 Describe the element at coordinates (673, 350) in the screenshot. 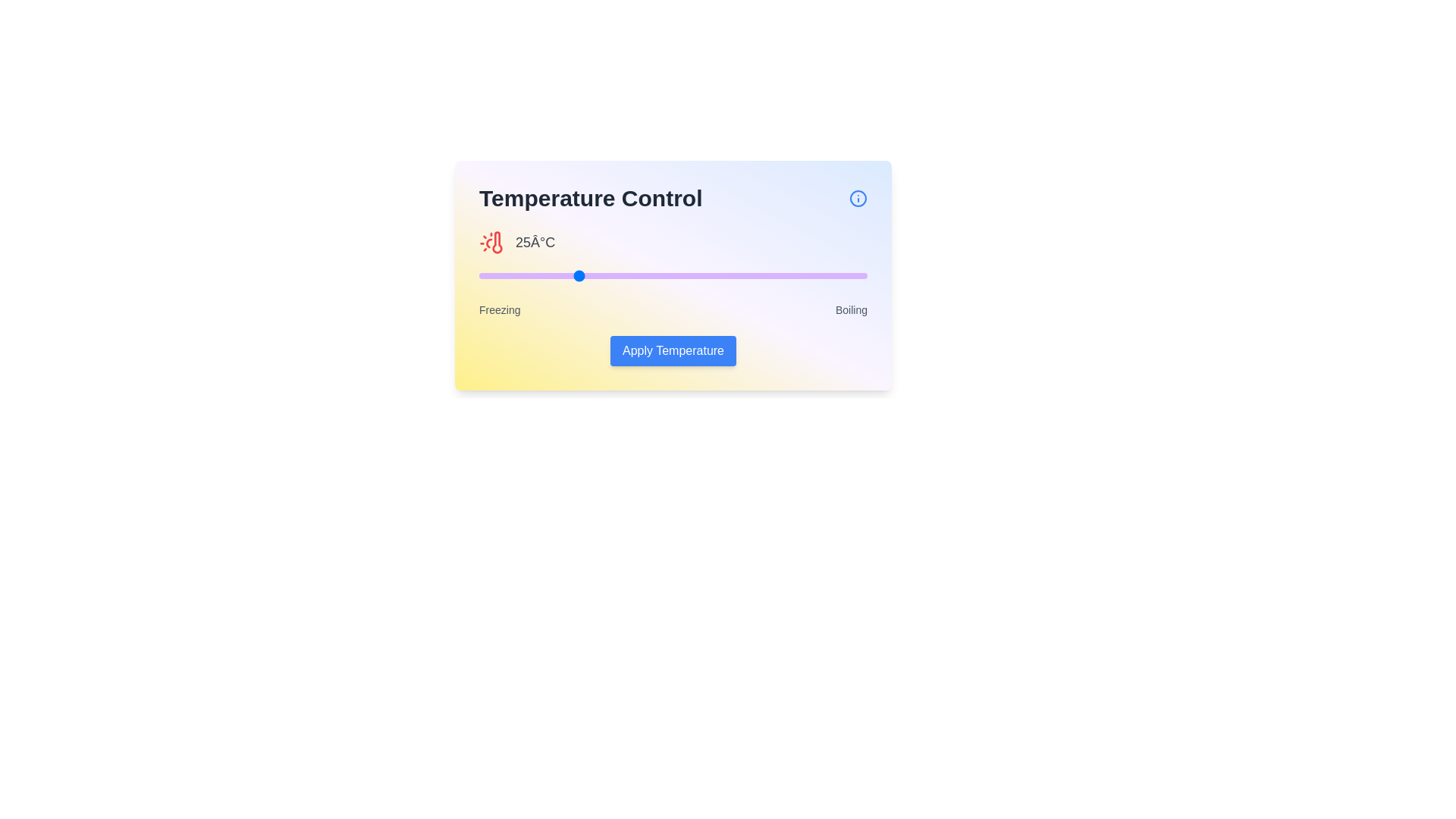

I see `'Apply Temperature' button to apply the selected temperature` at that location.